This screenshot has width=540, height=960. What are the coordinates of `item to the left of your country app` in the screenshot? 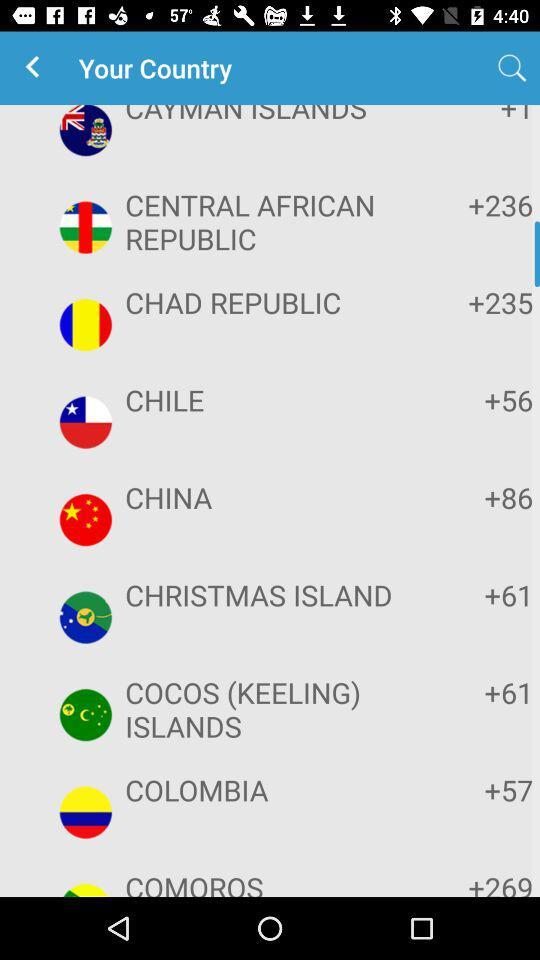 It's located at (36, 68).